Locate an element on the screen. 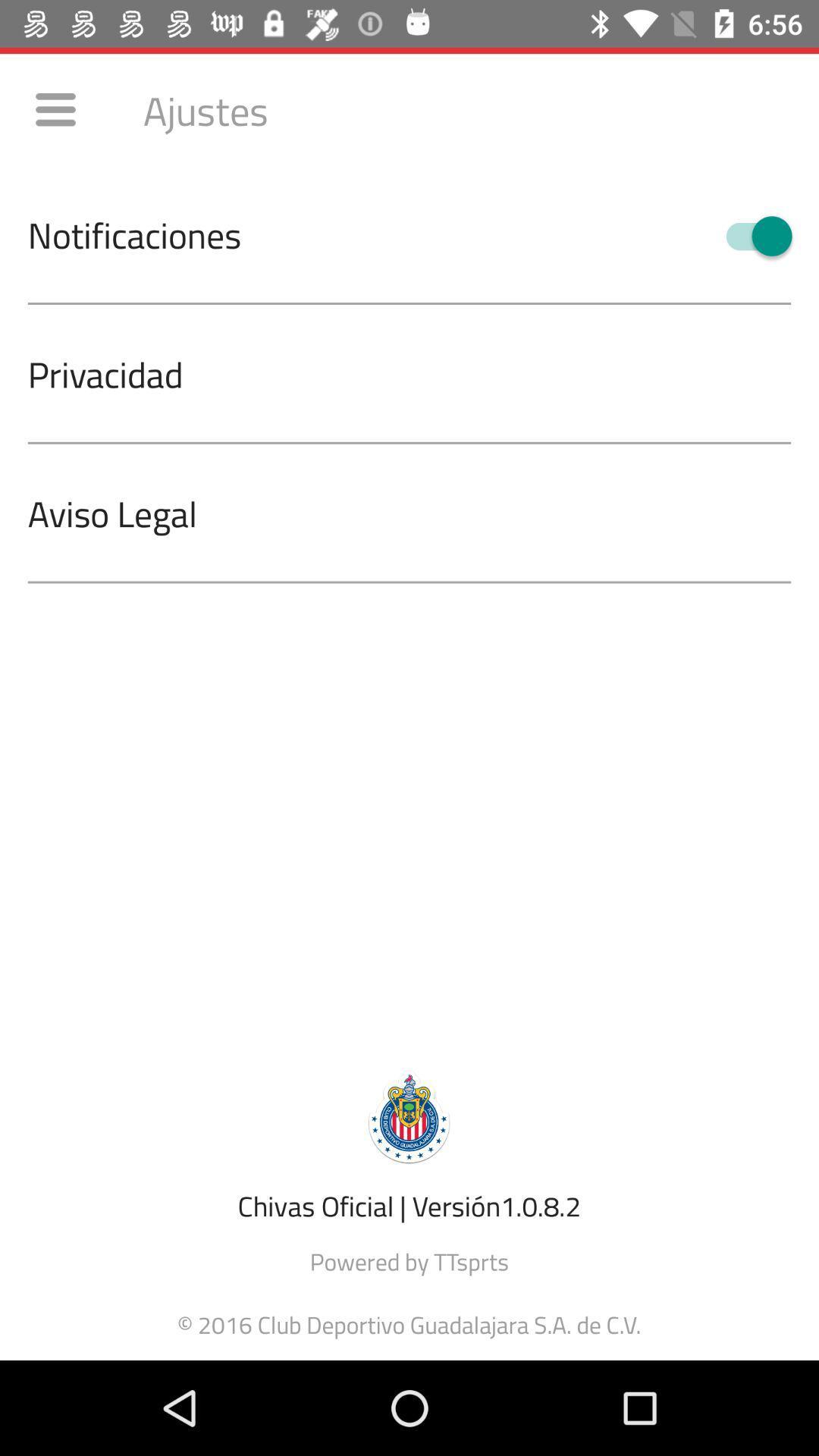 Image resolution: width=819 pixels, height=1456 pixels. the icon to the right of notificaciones is located at coordinates (752, 235).